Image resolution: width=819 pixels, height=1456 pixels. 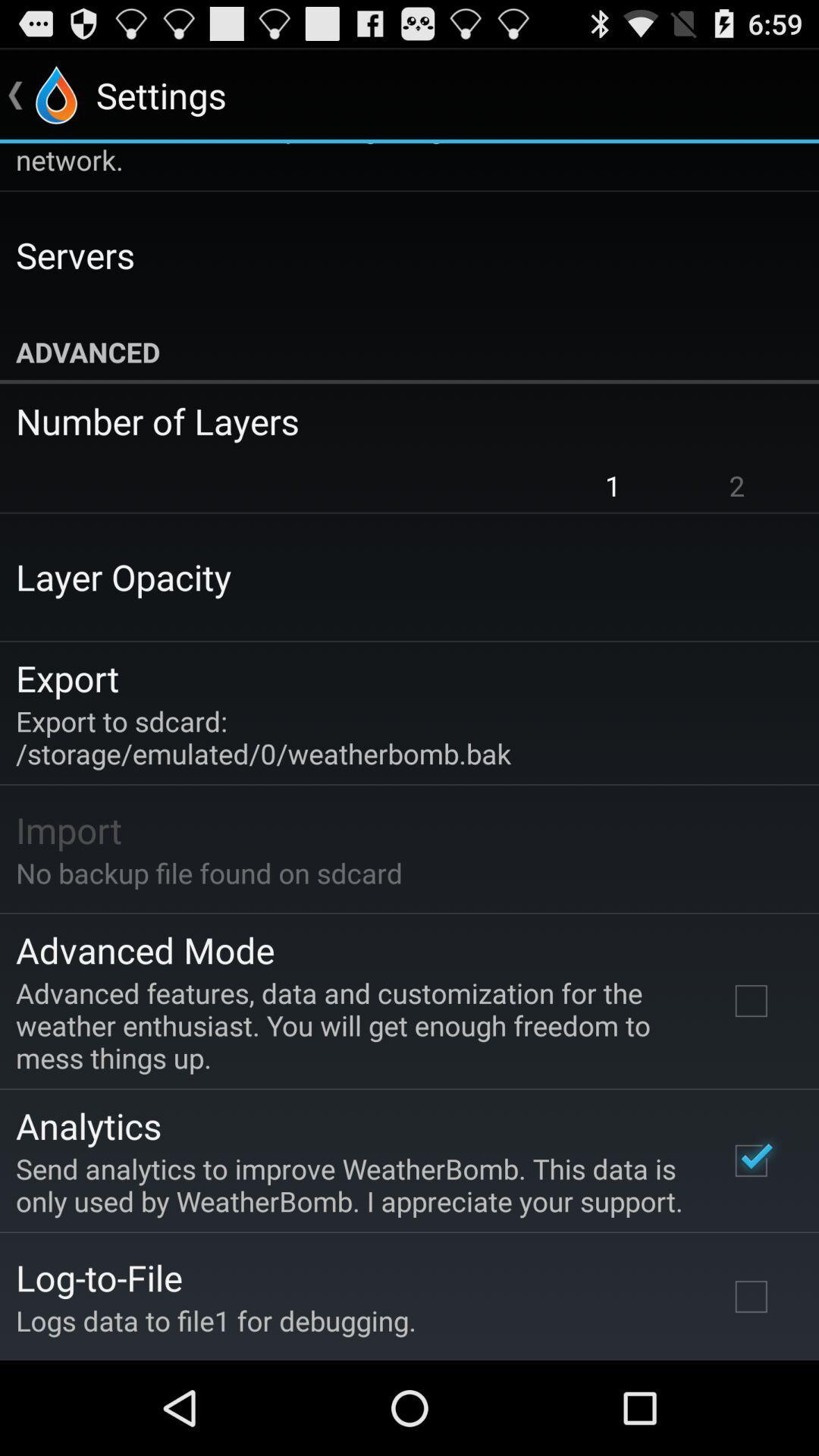 What do you see at coordinates (736, 485) in the screenshot?
I see `2` at bounding box center [736, 485].